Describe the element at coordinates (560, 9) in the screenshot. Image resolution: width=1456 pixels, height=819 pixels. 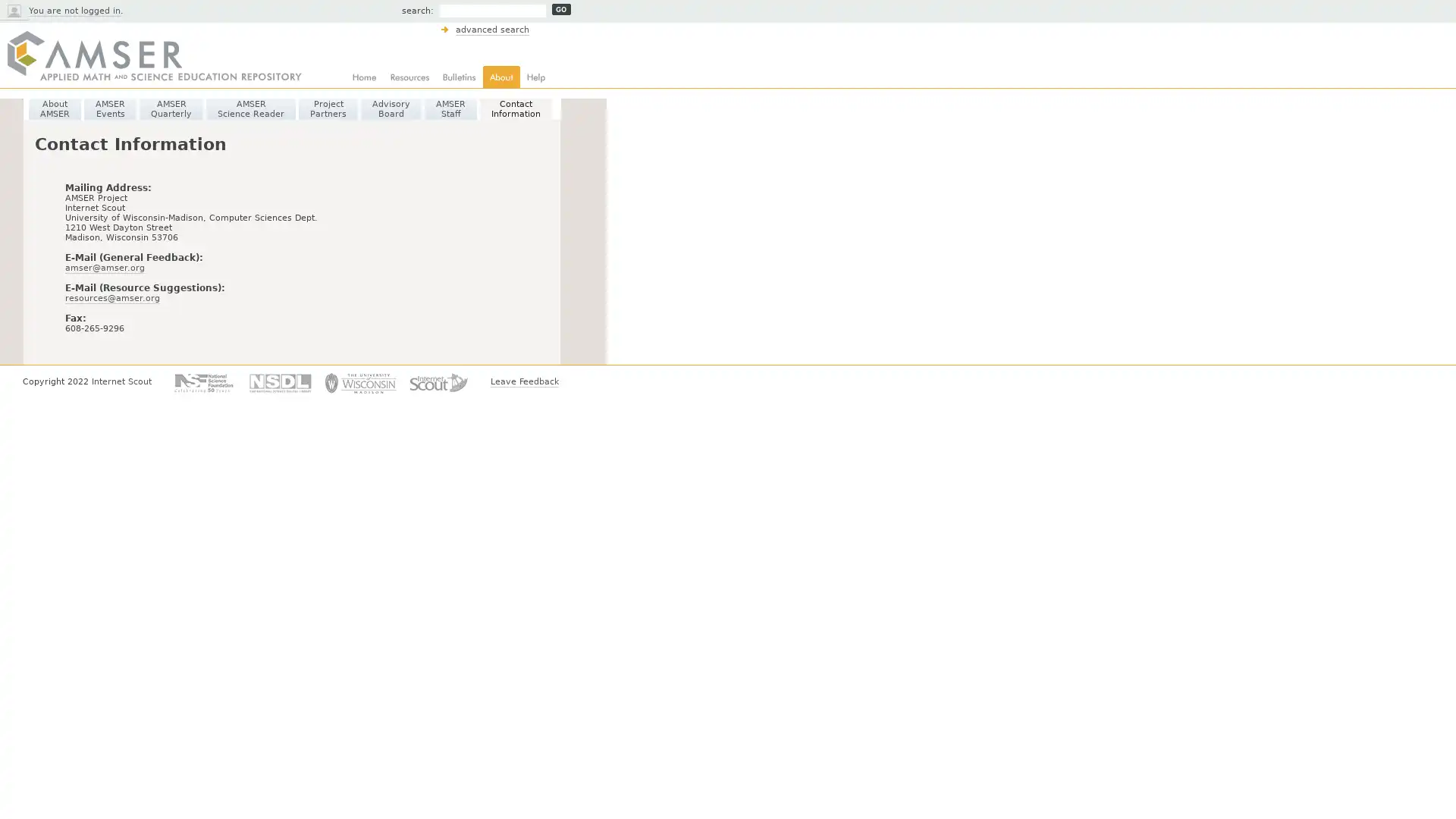
I see `Submit` at that location.